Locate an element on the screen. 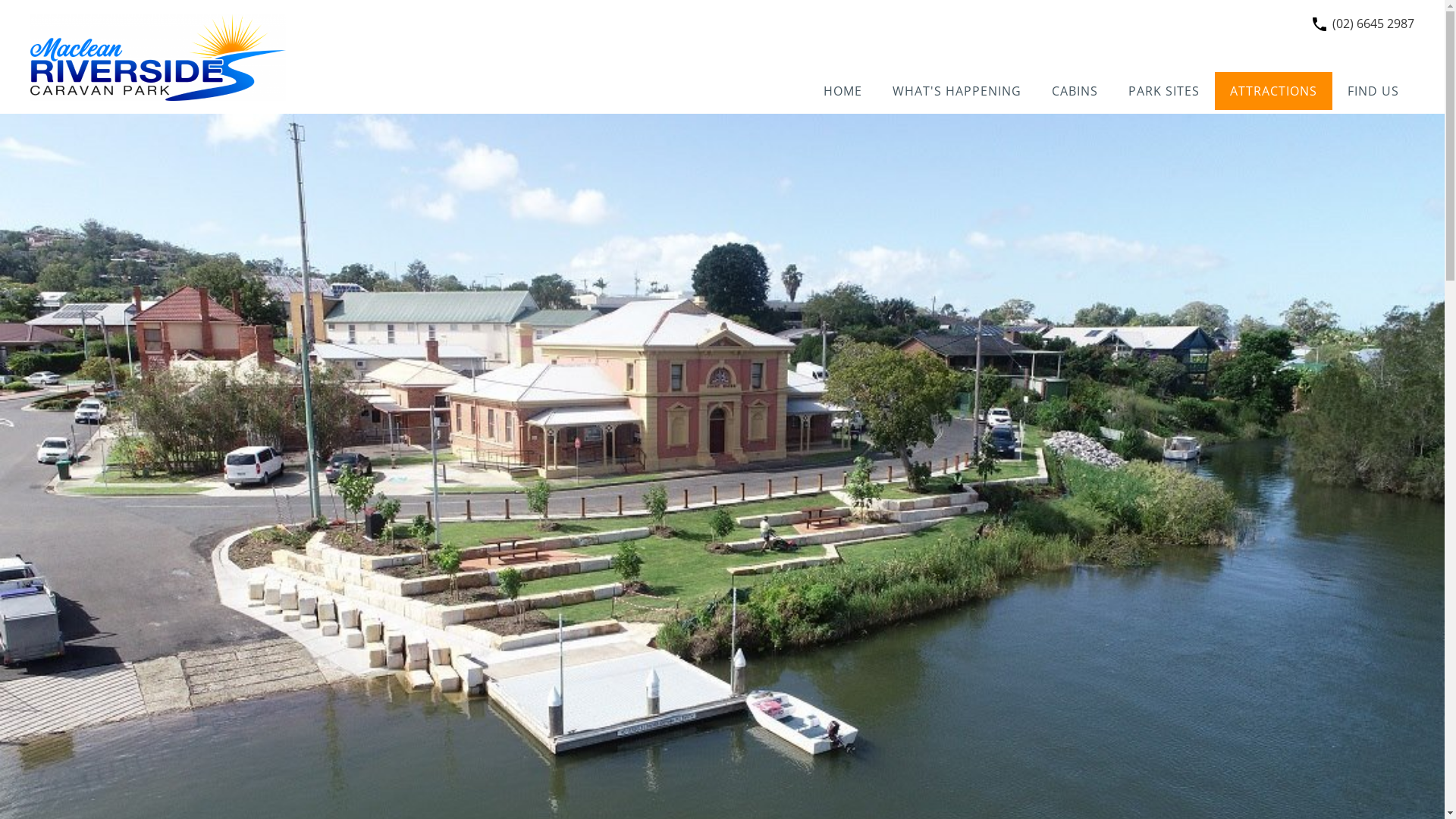 The height and width of the screenshot is (819, 1456). 'PARK SITES' is located at coordinates (1163, 90).